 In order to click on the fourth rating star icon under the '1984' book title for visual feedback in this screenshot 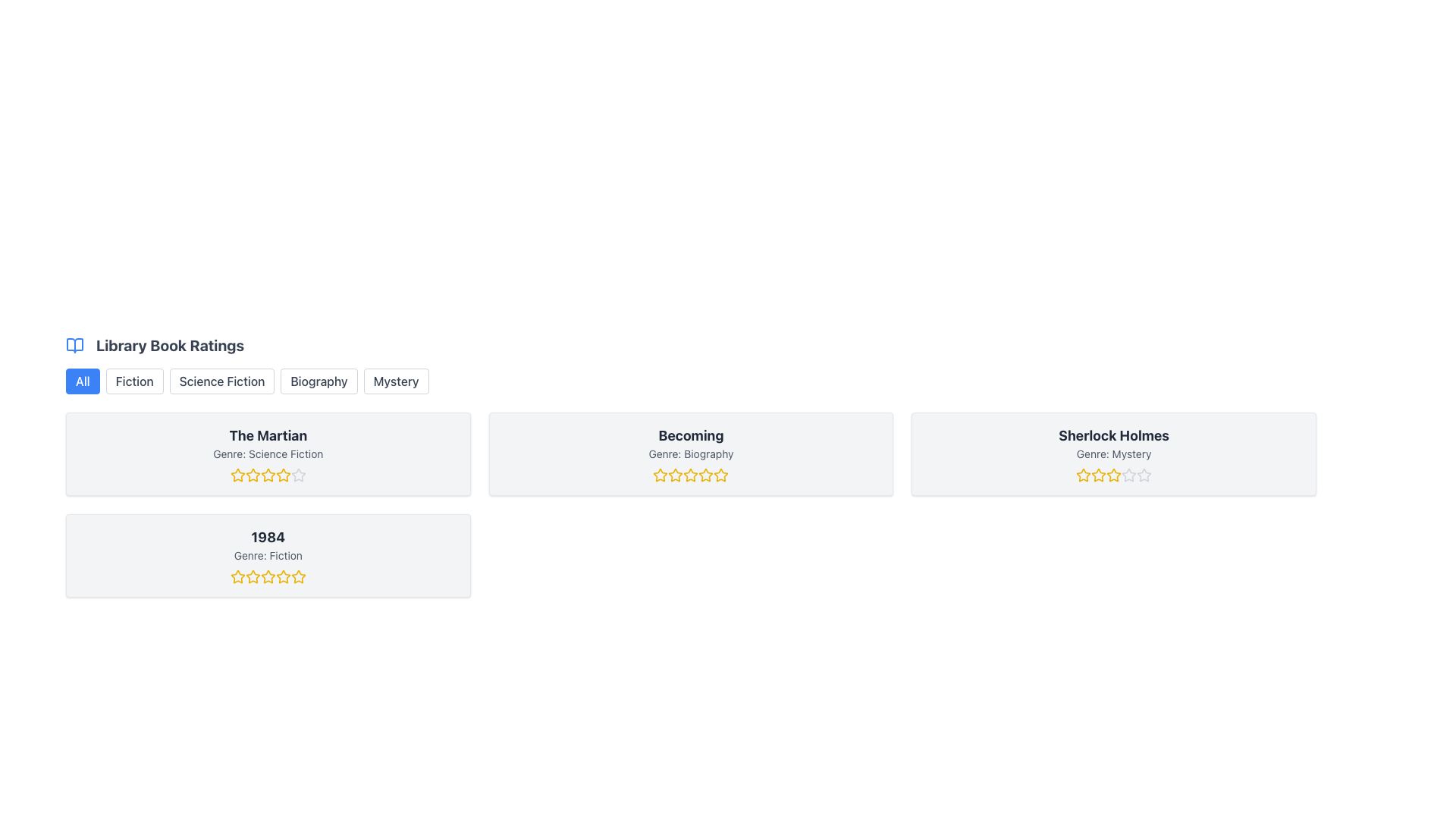, I will do `click(283, 576)`.